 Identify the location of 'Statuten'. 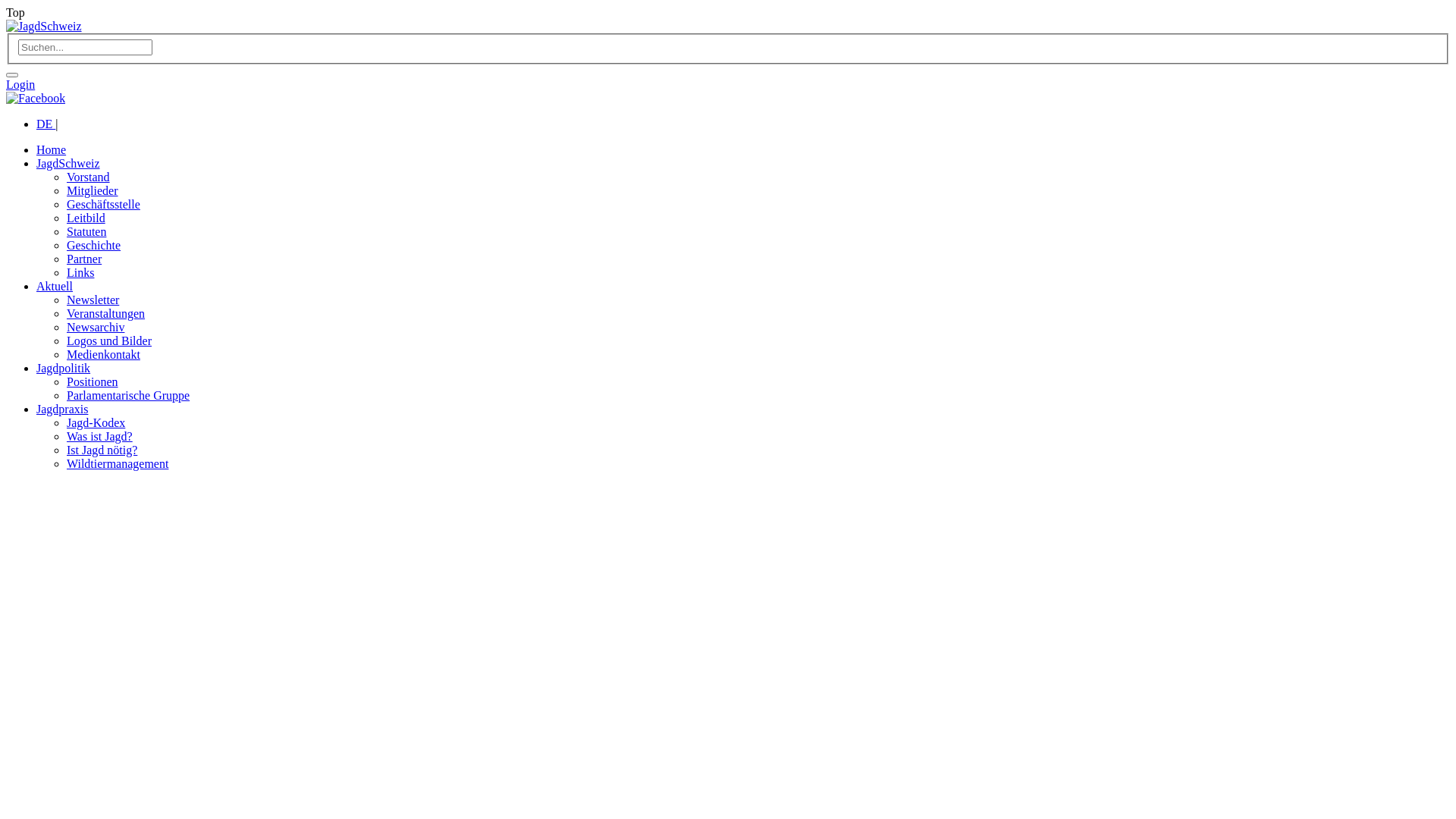
(65, 231).